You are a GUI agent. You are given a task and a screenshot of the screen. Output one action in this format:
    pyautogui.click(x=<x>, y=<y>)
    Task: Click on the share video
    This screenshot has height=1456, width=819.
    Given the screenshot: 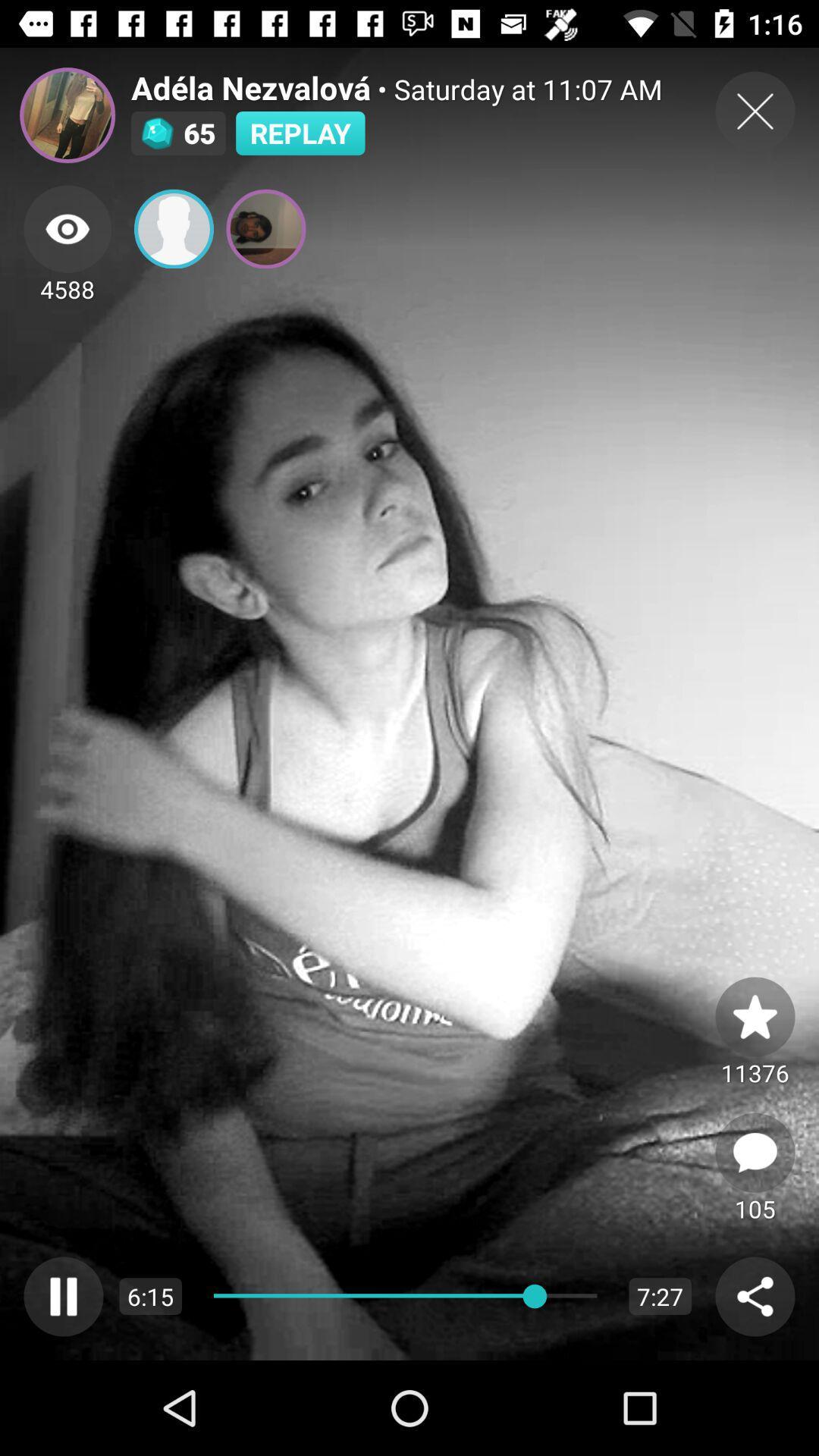 What is the action you would take?
    pyautogui.click(x=755, y=1295)
    